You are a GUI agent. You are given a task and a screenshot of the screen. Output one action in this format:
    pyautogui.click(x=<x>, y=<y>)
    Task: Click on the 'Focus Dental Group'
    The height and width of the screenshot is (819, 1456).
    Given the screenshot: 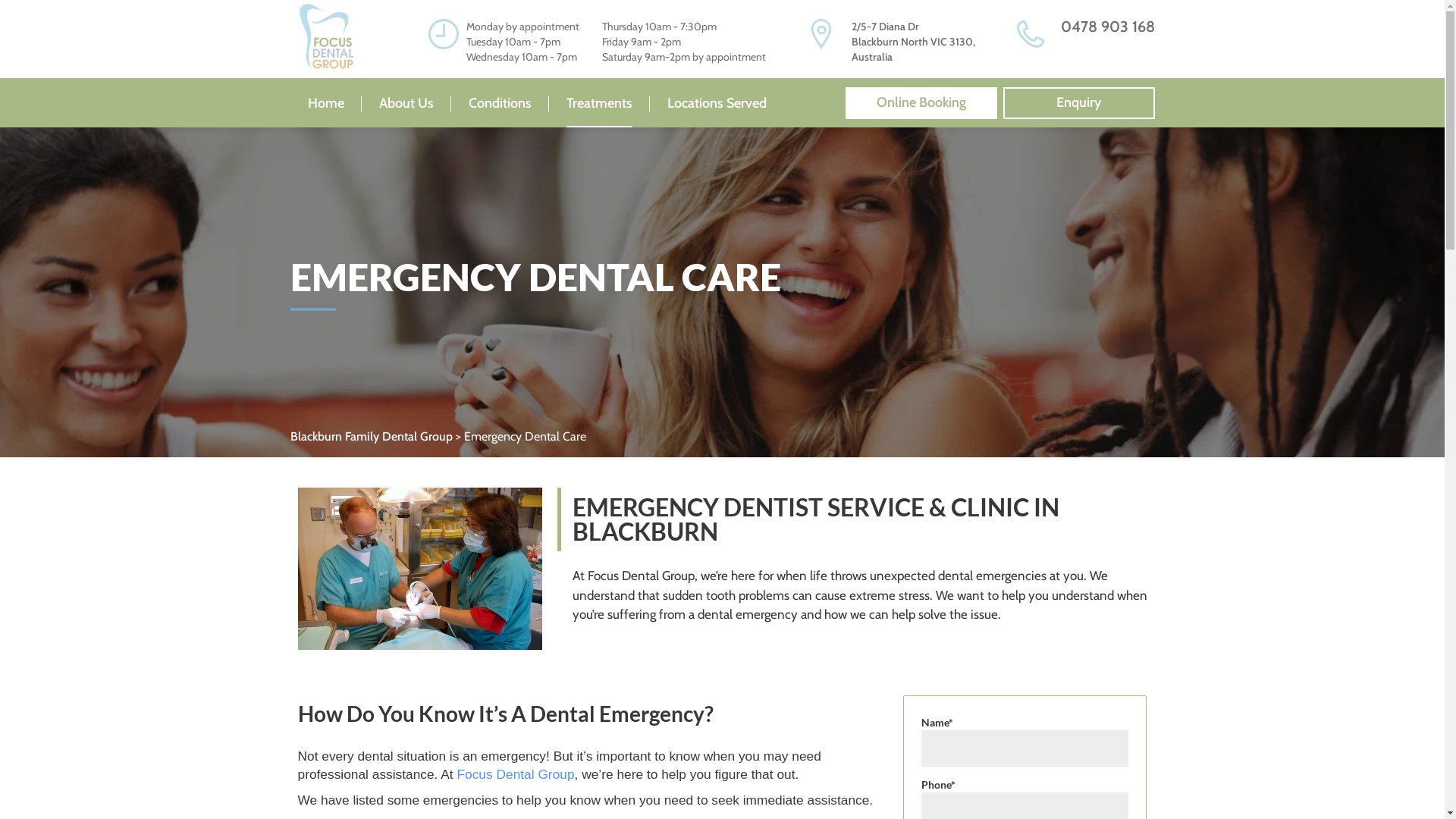 What is the action you would take?
    pyautogui.click(x=515, y=774)
    